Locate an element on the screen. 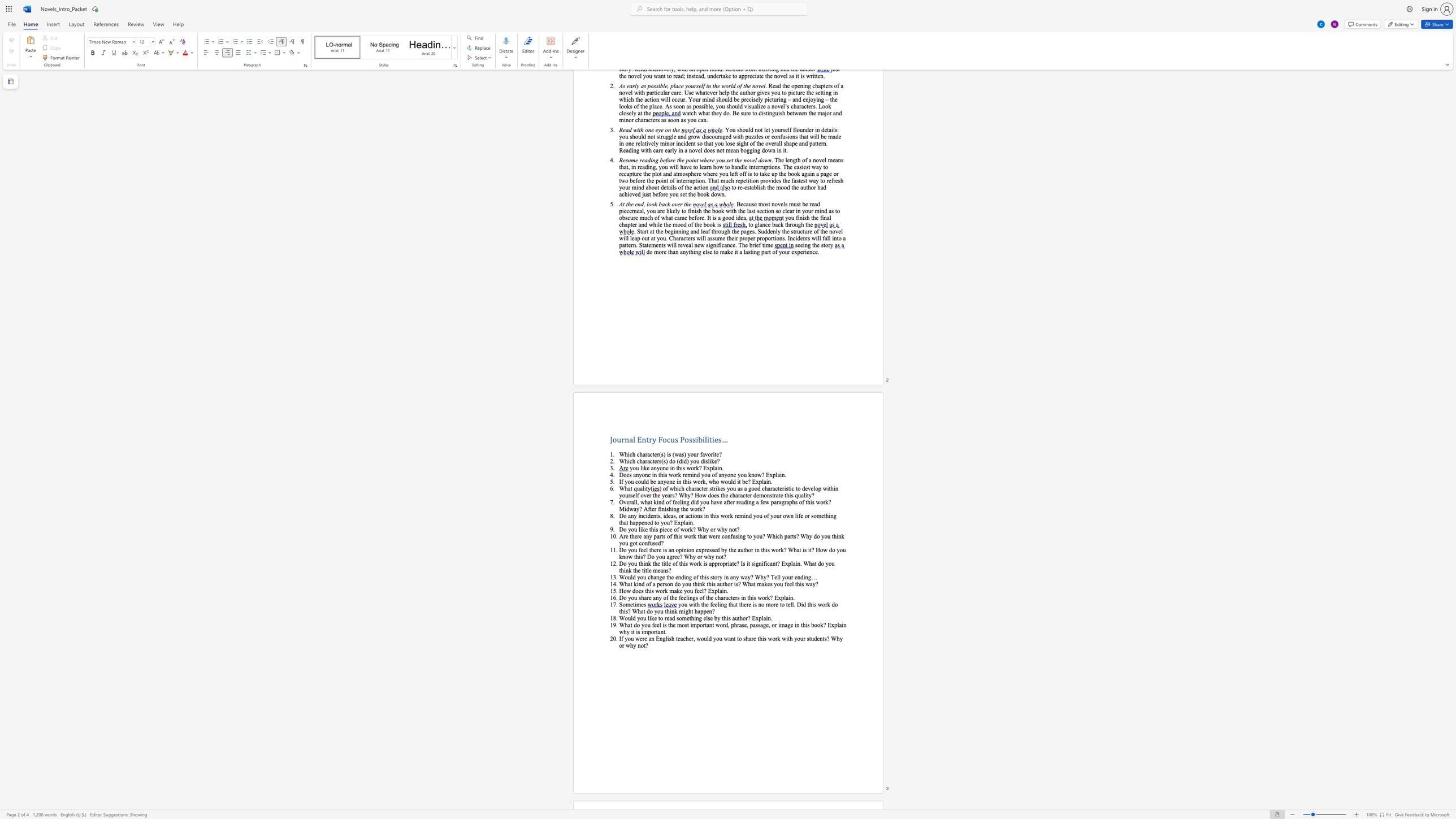 The height and width of the screenshot is (819, 1456). the subset text "es" within the text "Sometimes" is located at coordinates (640, 604).